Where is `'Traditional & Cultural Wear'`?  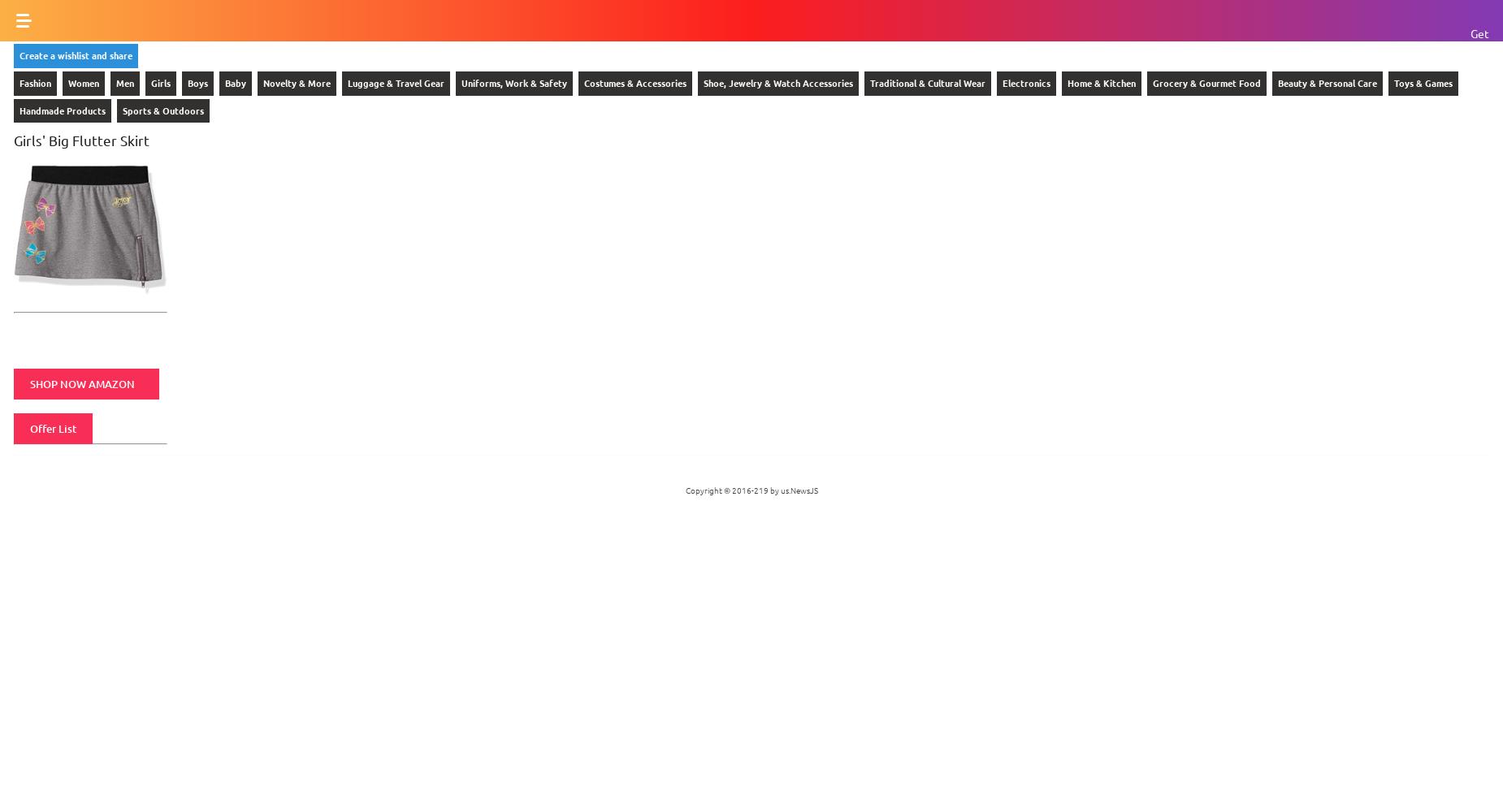
'Traditional & Cultural Wear' is located at coordinates (868, 81).